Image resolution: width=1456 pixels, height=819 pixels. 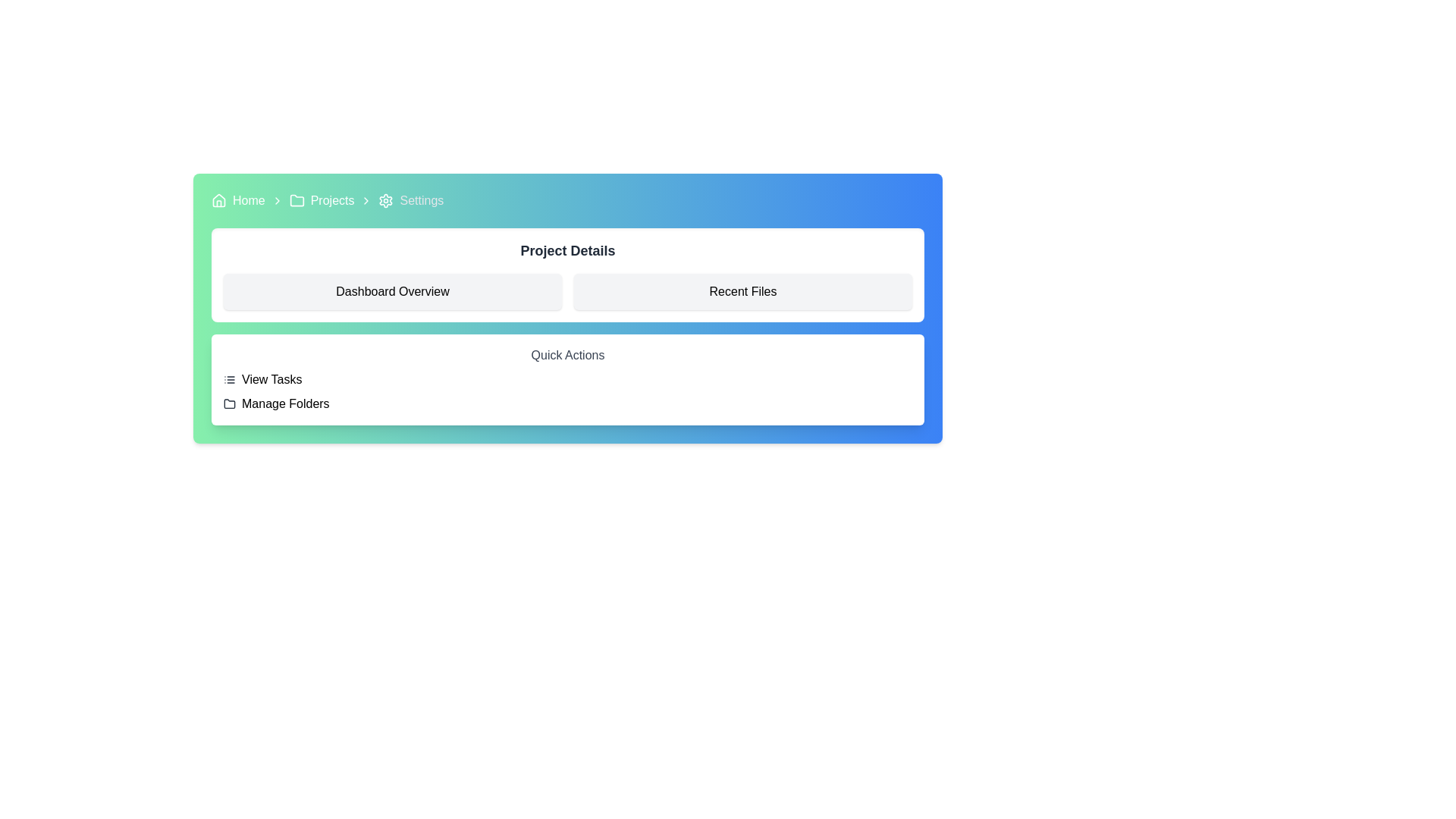 What do you see at coordinates (228, 403) in the screenshot?
I see `the folder-shaped icon located in the 'Quick Actions' section, positioned to the left of the 'Manage Folders' label` at bounding box center [228, 403].